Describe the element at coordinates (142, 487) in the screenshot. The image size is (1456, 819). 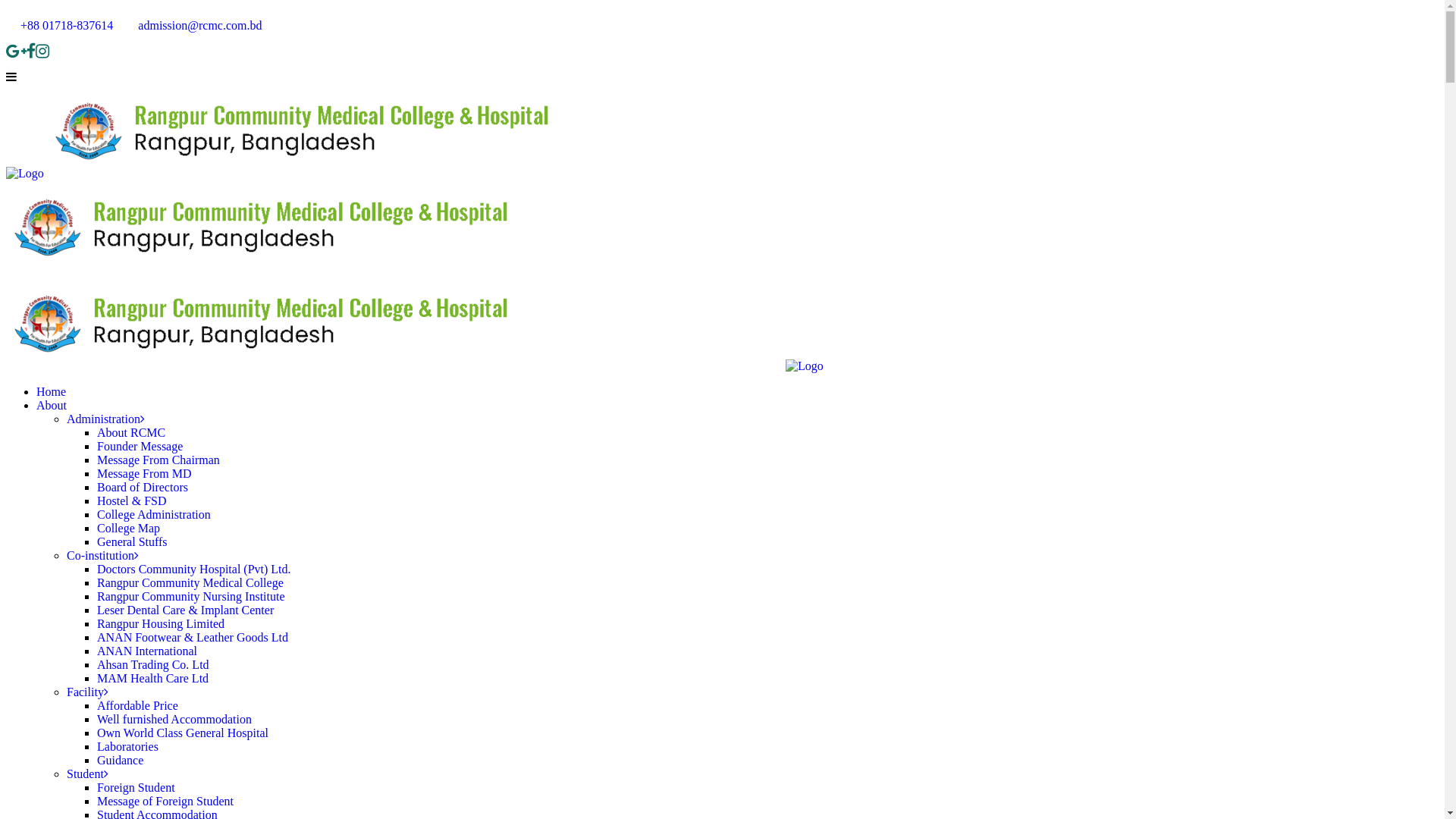
I see `'Board of Directors'` at that location.